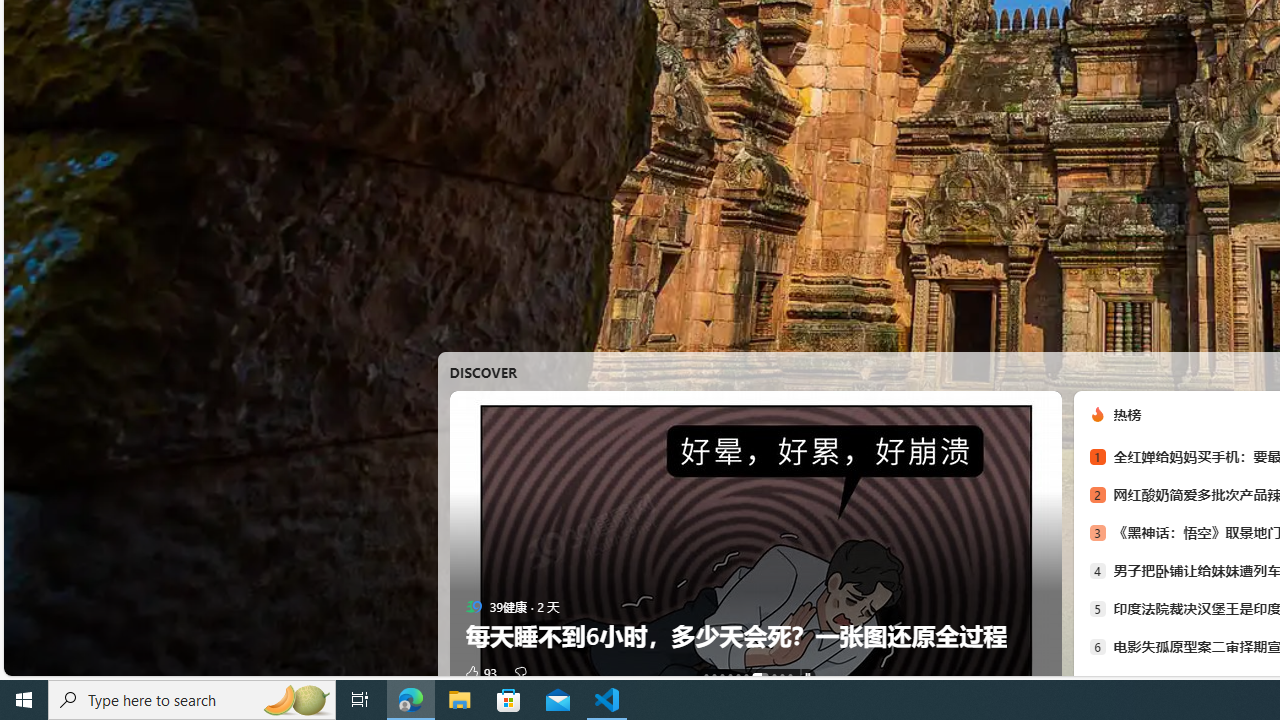 The image size is (1280, 720). I want to click on 'AutomationID: tab-8', so click(781, 675).